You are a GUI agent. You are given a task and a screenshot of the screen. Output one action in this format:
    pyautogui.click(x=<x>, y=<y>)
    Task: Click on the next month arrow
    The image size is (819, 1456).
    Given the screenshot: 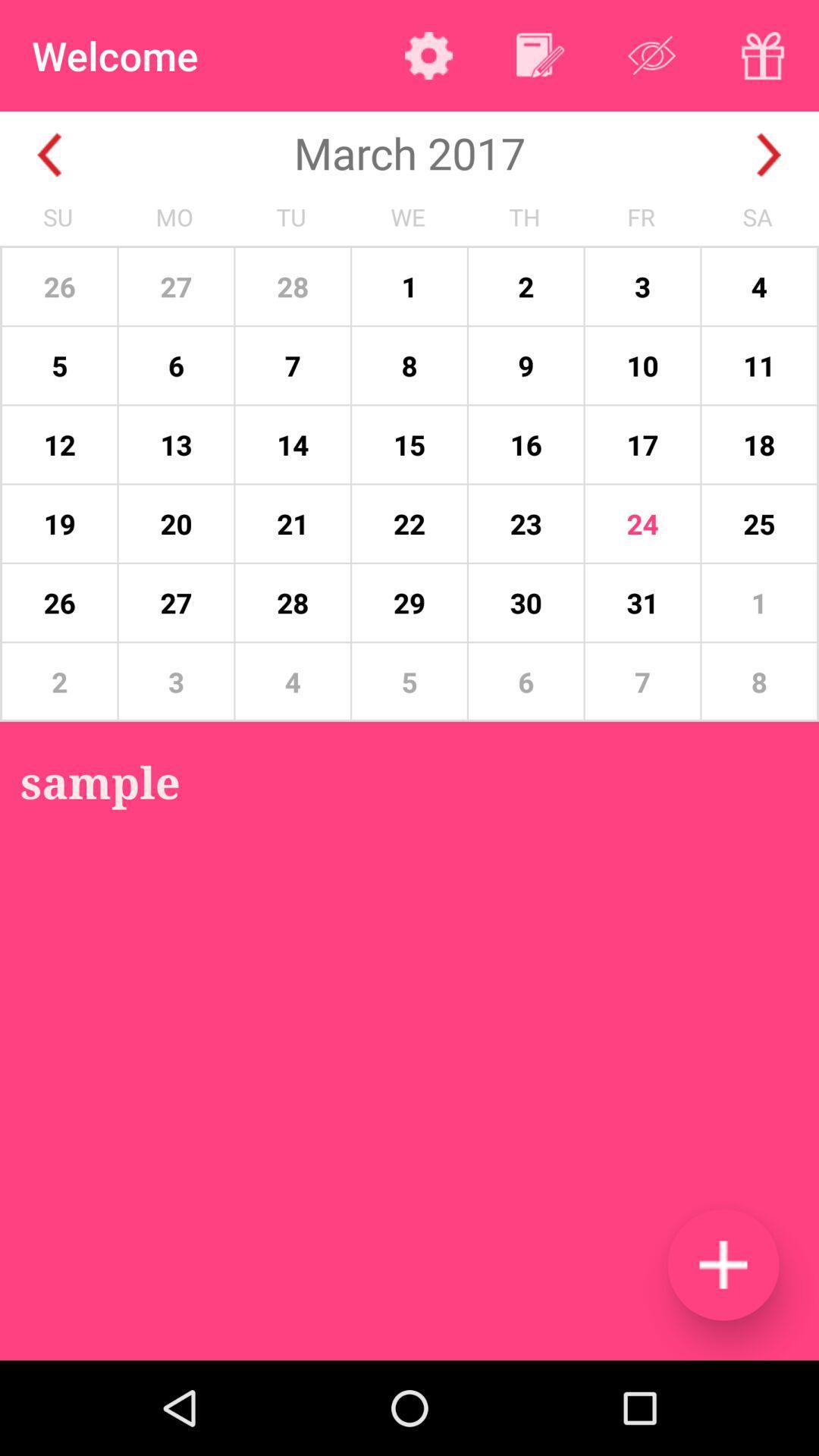 What is the action you would take?
    pyautogui.click(x=769, y=155)
    